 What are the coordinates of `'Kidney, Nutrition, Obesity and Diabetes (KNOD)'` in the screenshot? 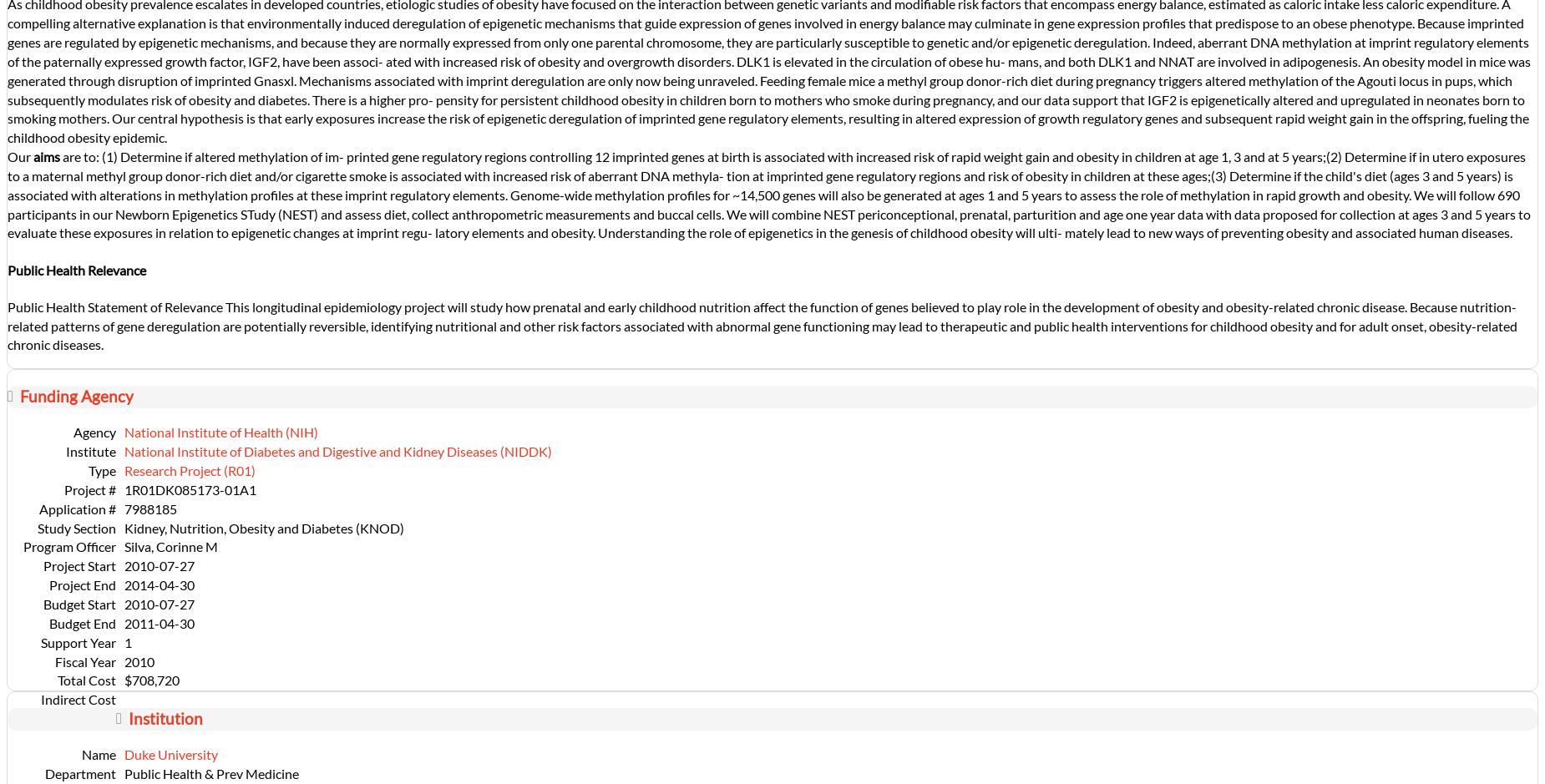 It's located at (263, 526).